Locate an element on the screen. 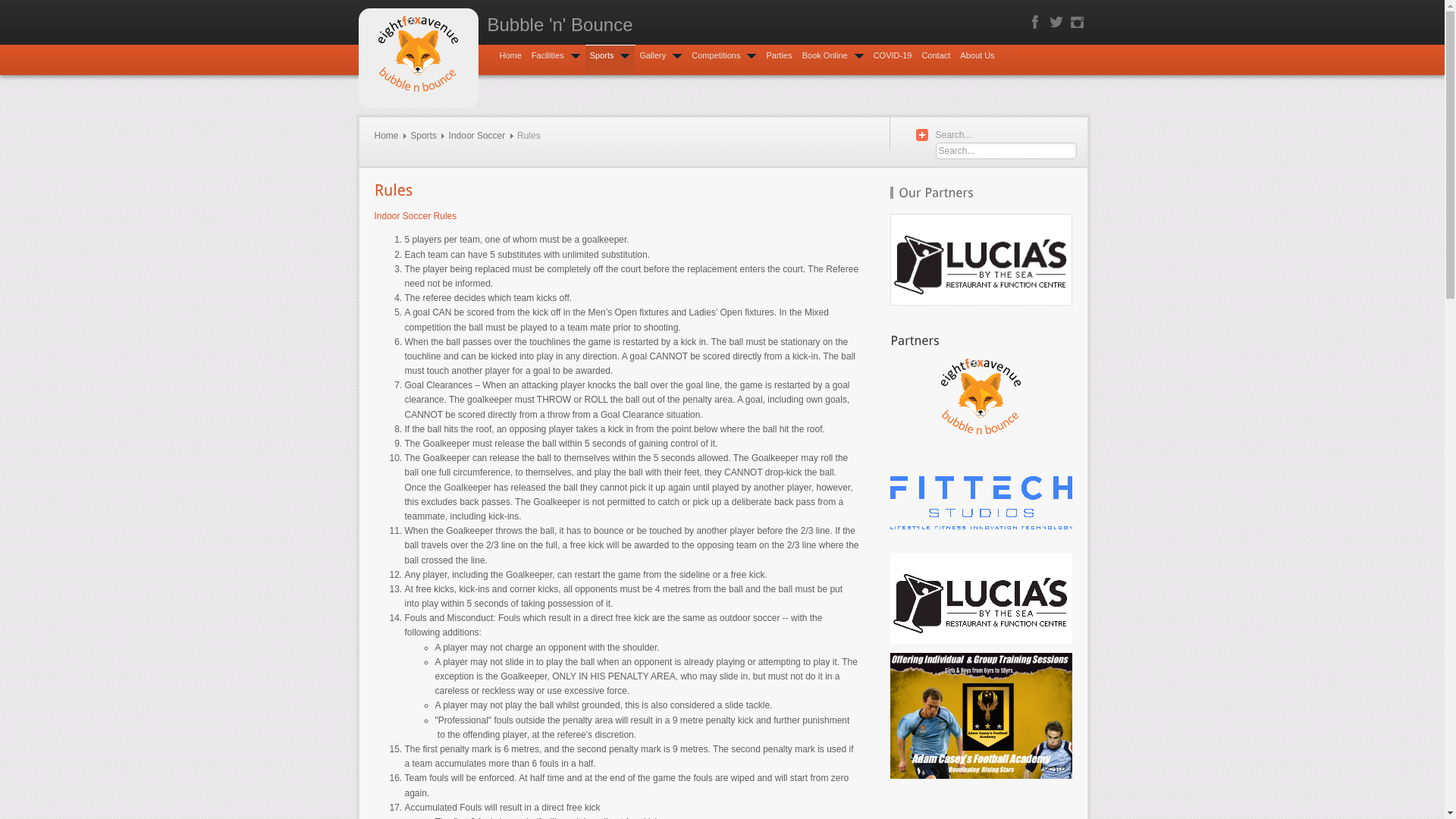 Image resolution: width=1456 pixels, height=819 pixels. 'Visit LUCIA'S BY THE SEA Restaurant and Function Centre!' is located at coordinates (981, 598).